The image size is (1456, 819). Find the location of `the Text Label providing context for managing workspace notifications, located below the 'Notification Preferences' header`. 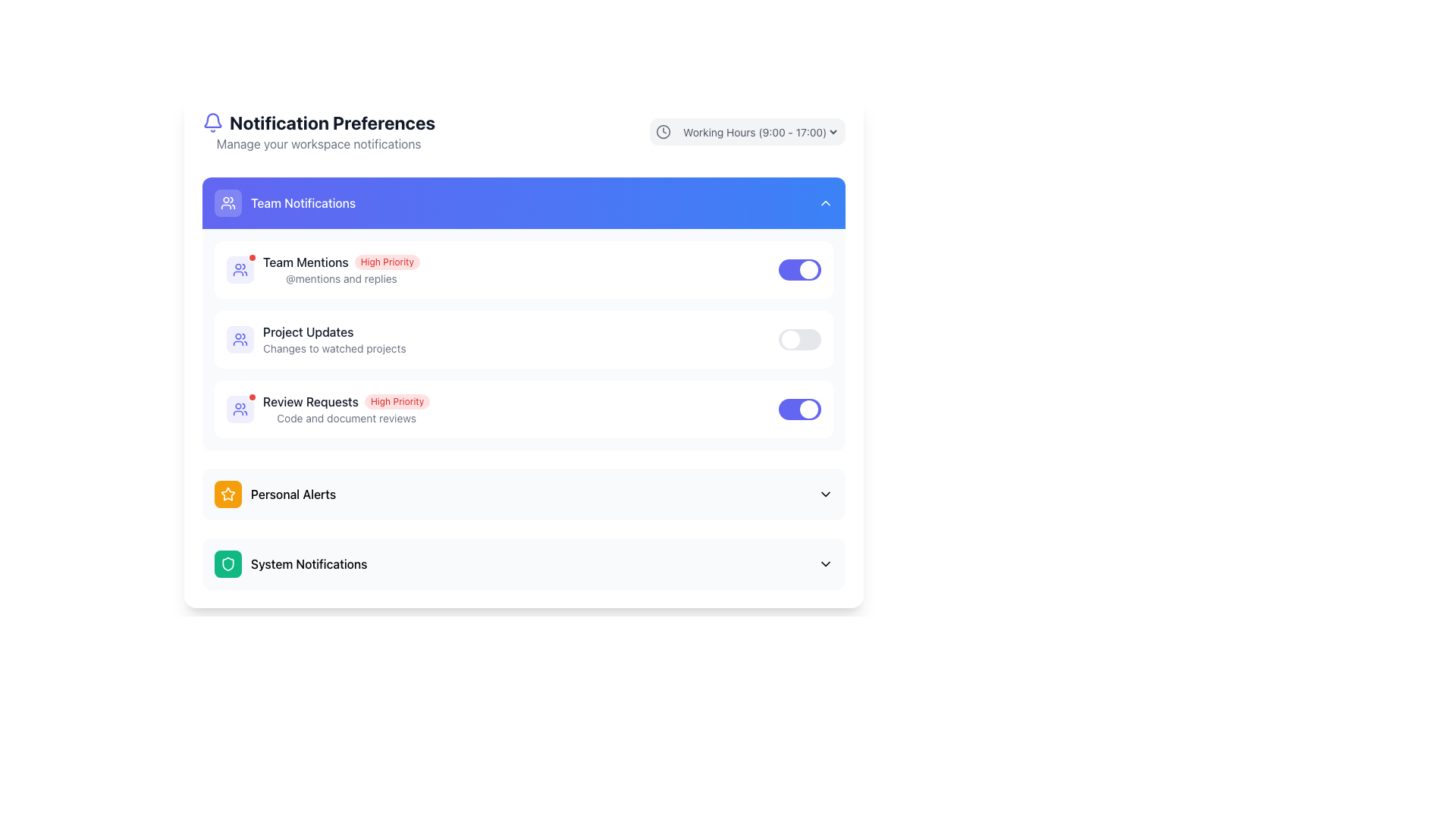

the Text Label providing context for managing workspace notifications, located below the 'Notification Preferences' header is located at coordinates (318, 143).